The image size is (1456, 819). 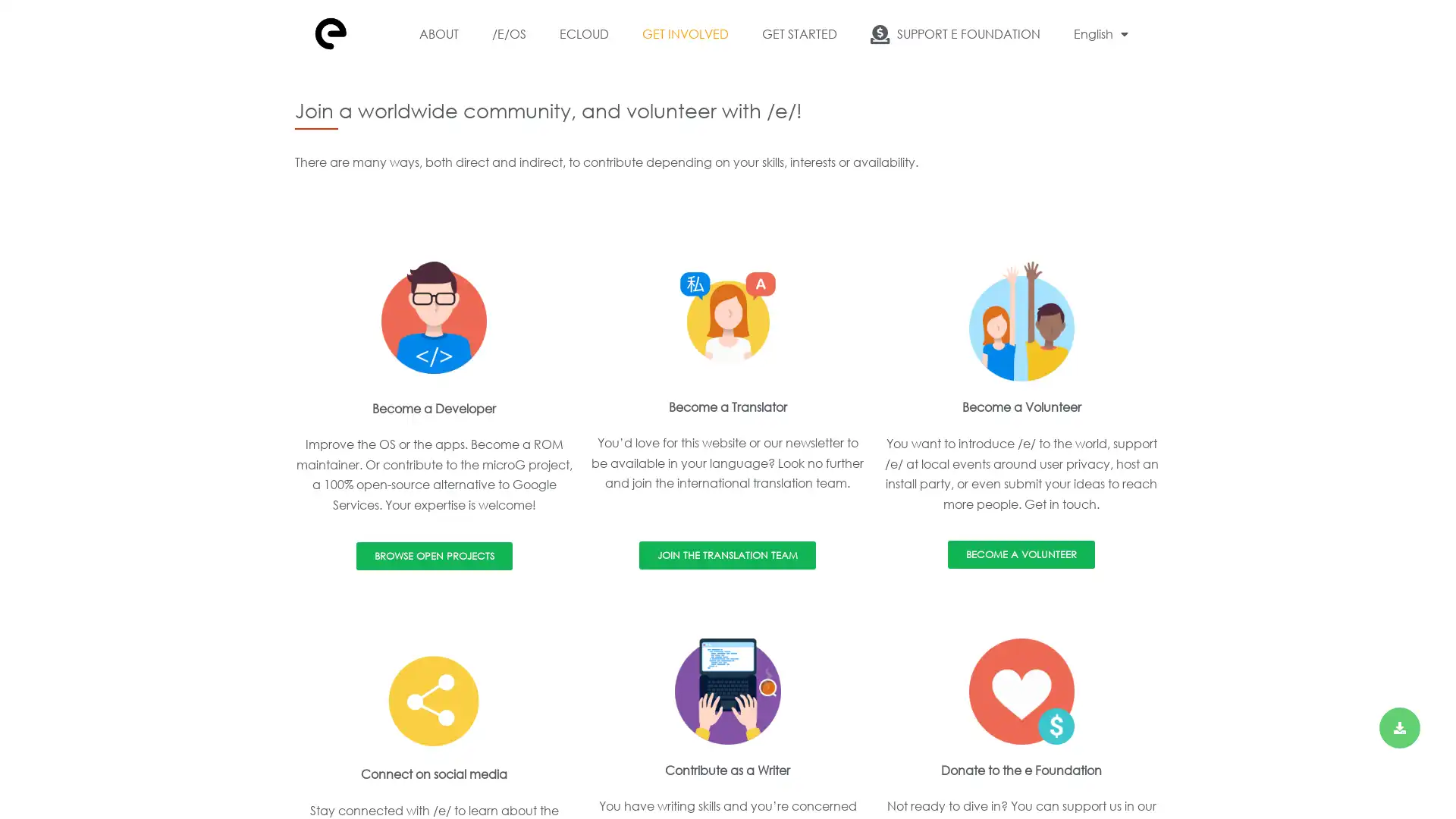 I want to click on BROWSE OPEN PROJECTS, so click(x=432, y=556).